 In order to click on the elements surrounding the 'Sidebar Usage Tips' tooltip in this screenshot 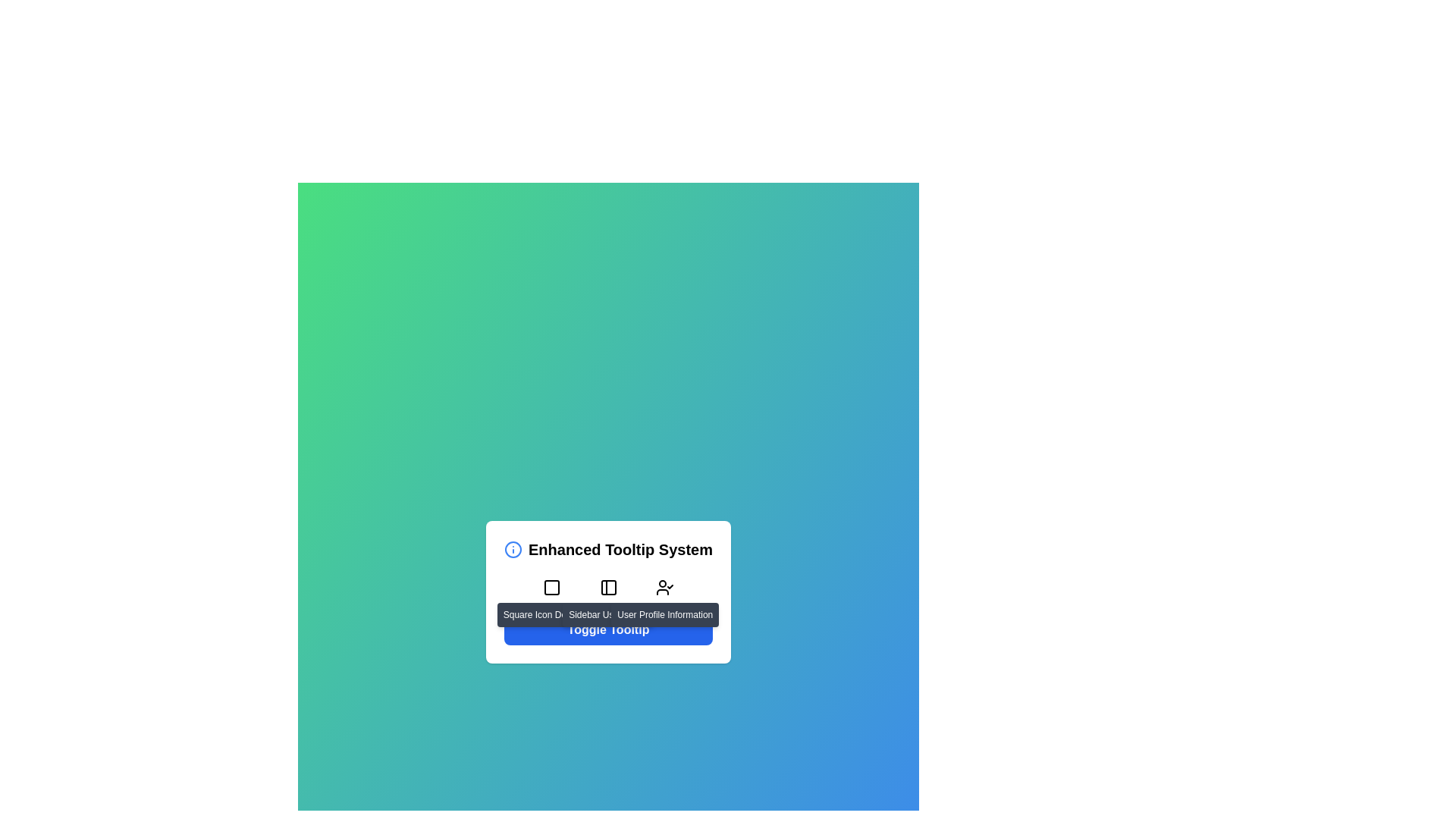, I will do `click(608, 614)`.